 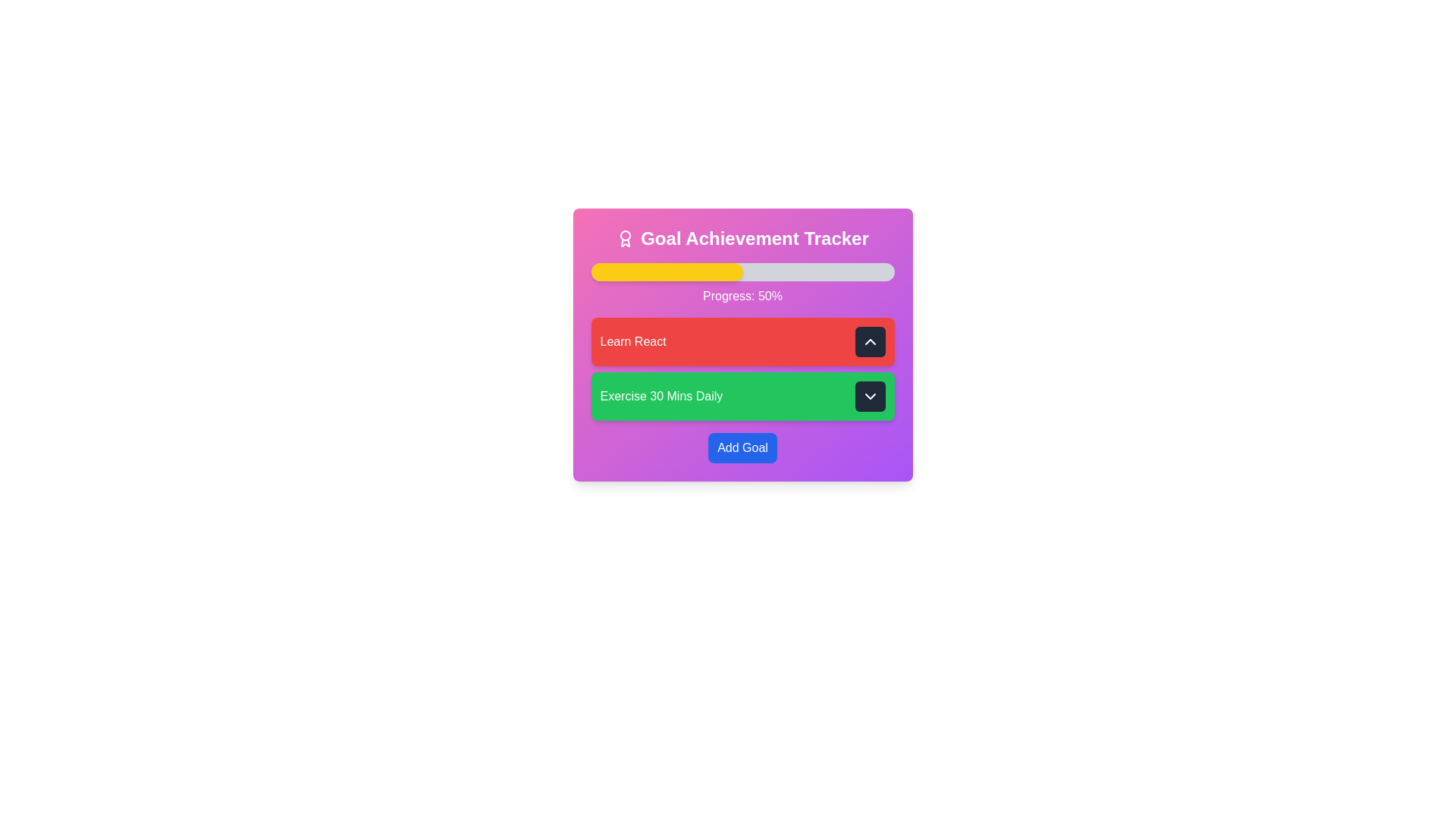 I want to click on the 'Add Goal' button with a blue background and white text located at the bottom of the 'Goal Achievement Tracker' card layout, so click(x=742, y=447).